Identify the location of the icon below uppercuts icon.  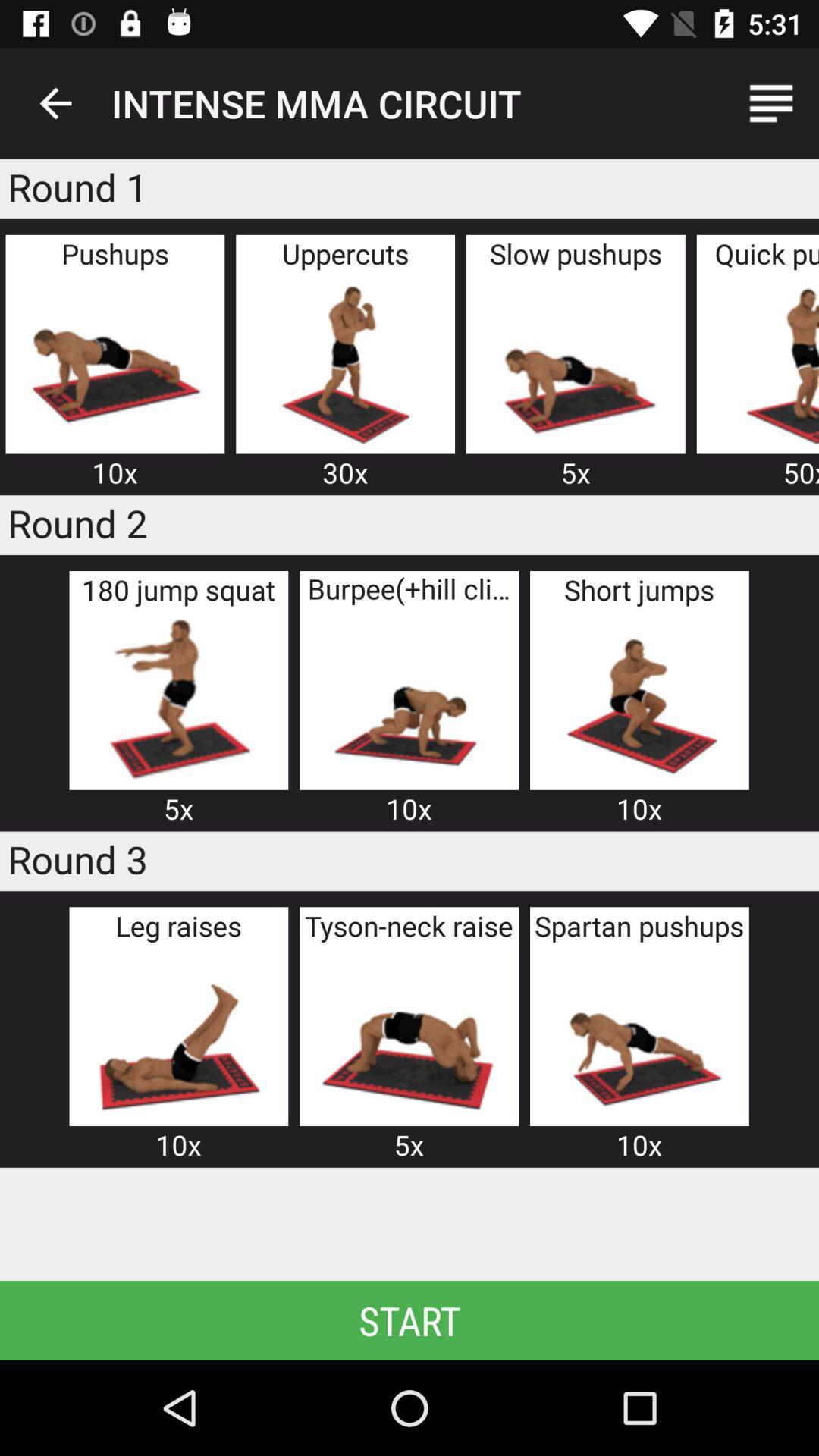
(345, 362).